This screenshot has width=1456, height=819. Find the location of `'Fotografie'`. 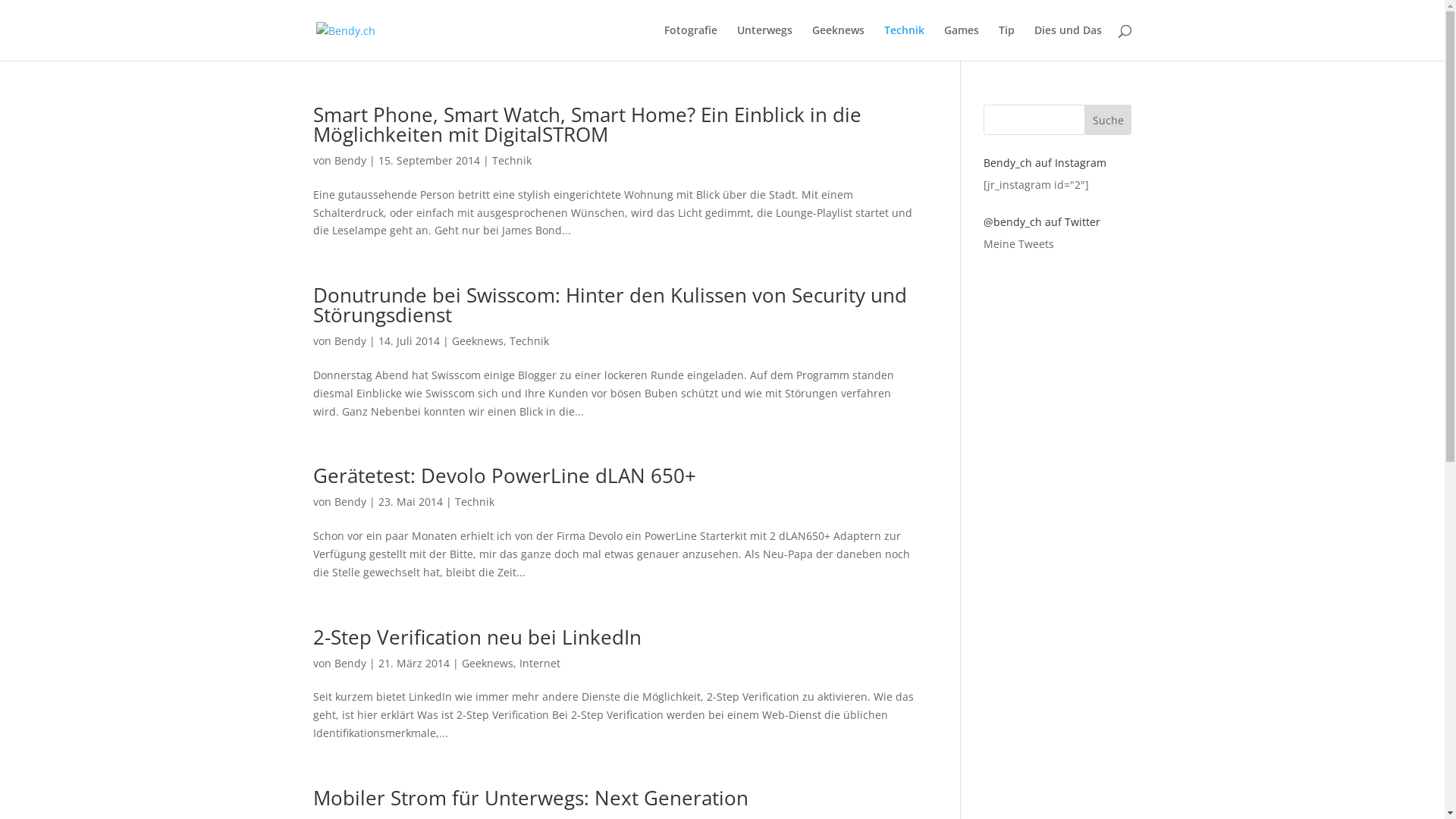

'Fotografie' is located at coordinates (690, 42).